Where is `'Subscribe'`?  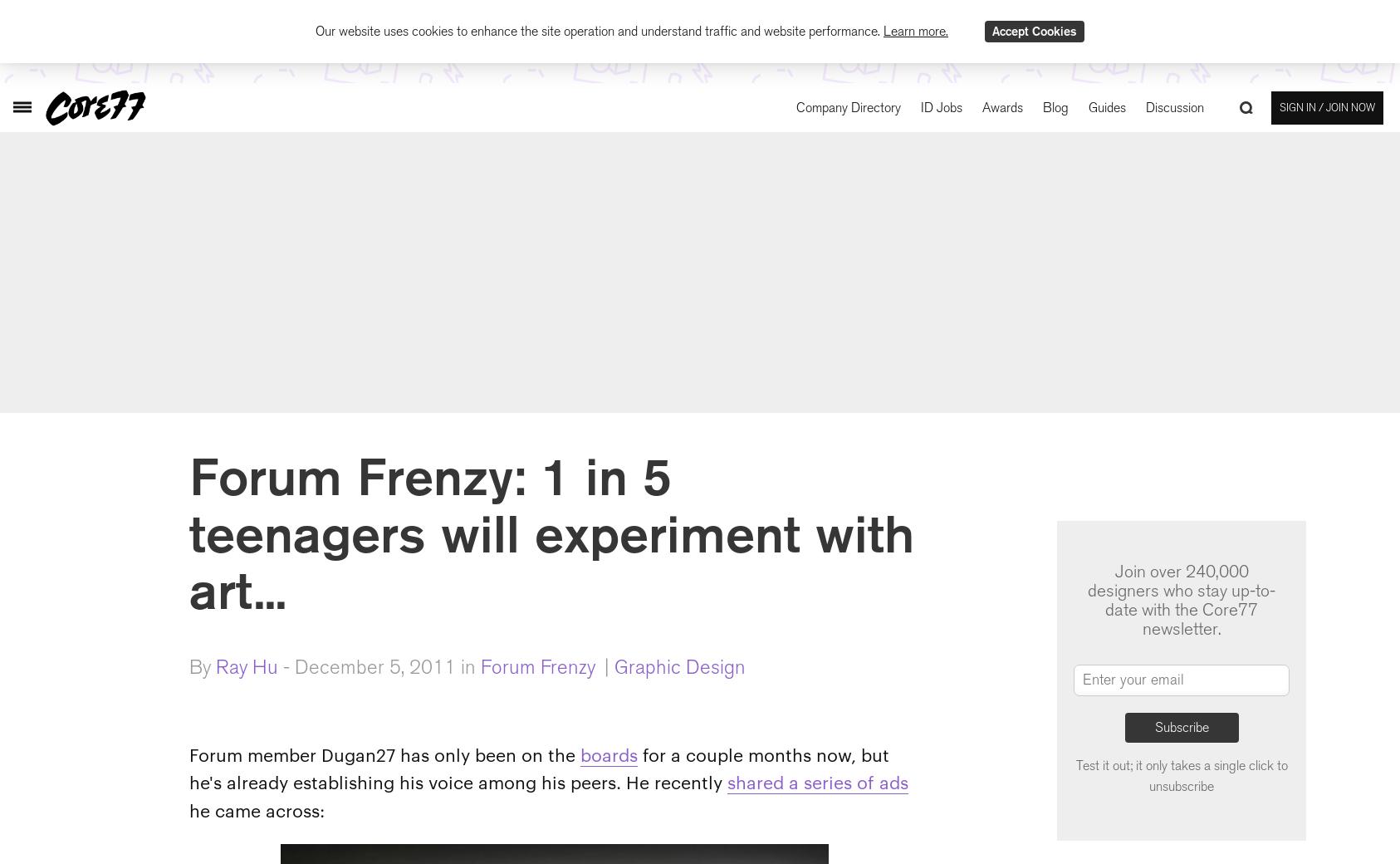
'Subscribe' is located at coordinates (1180, 725).